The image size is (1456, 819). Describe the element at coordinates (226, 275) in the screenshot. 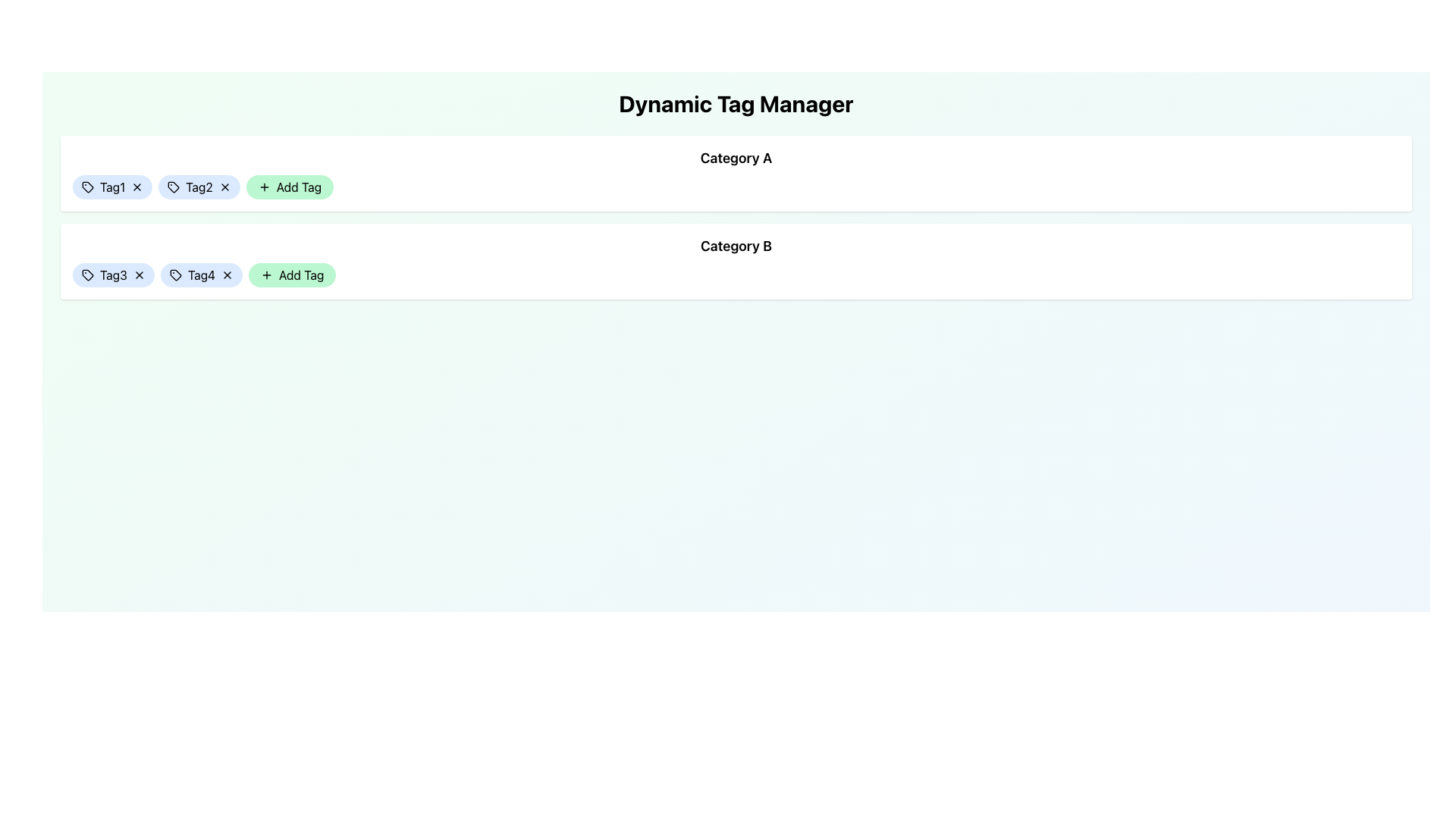

I see `the minimalist 'X' icon button within the 'Tag4' label in Category B to change its color to red` at that location.